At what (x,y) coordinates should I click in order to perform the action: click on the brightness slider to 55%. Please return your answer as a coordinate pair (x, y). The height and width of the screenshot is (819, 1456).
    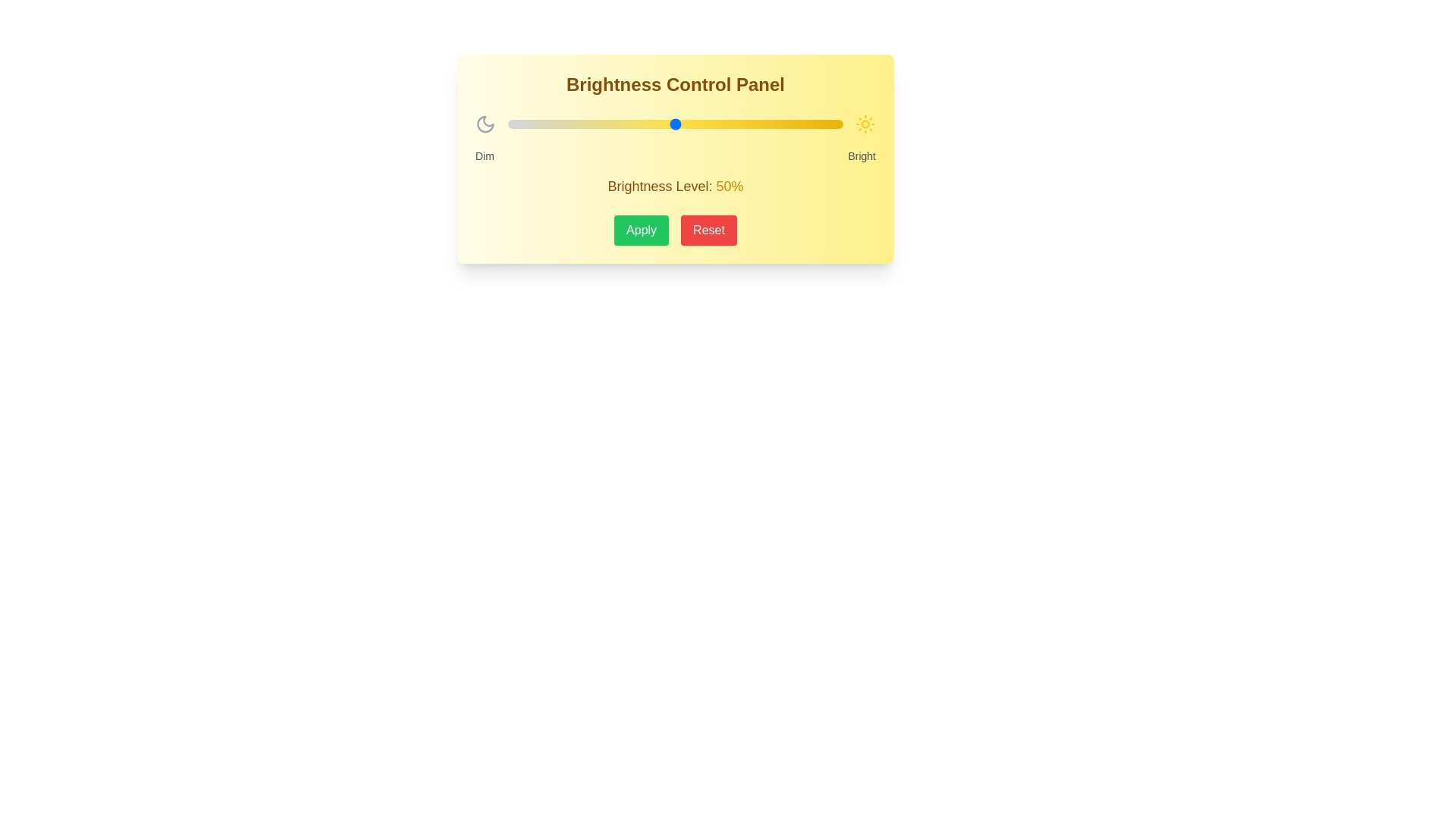
    Looking at the image, I should click on (692, 124).